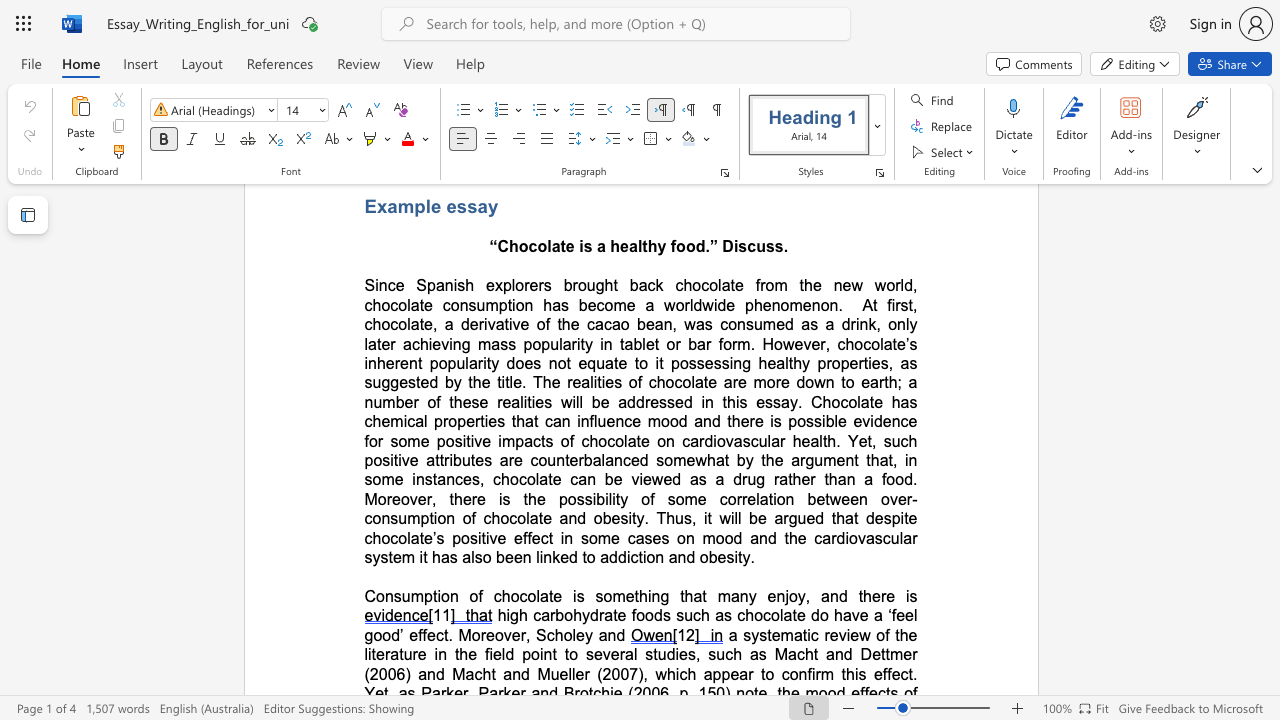 The width and height of the screenshot is (1280, 720). I want to click on the subset text "late’s inherent popu" within the text "At first, chocolate, a derivative of the cacao bean, was consumed as a drink, only later achieving mass popularity in tablet or bar form. However, chocolate’s inherent popularity does not equate to it", so click(880, 343).